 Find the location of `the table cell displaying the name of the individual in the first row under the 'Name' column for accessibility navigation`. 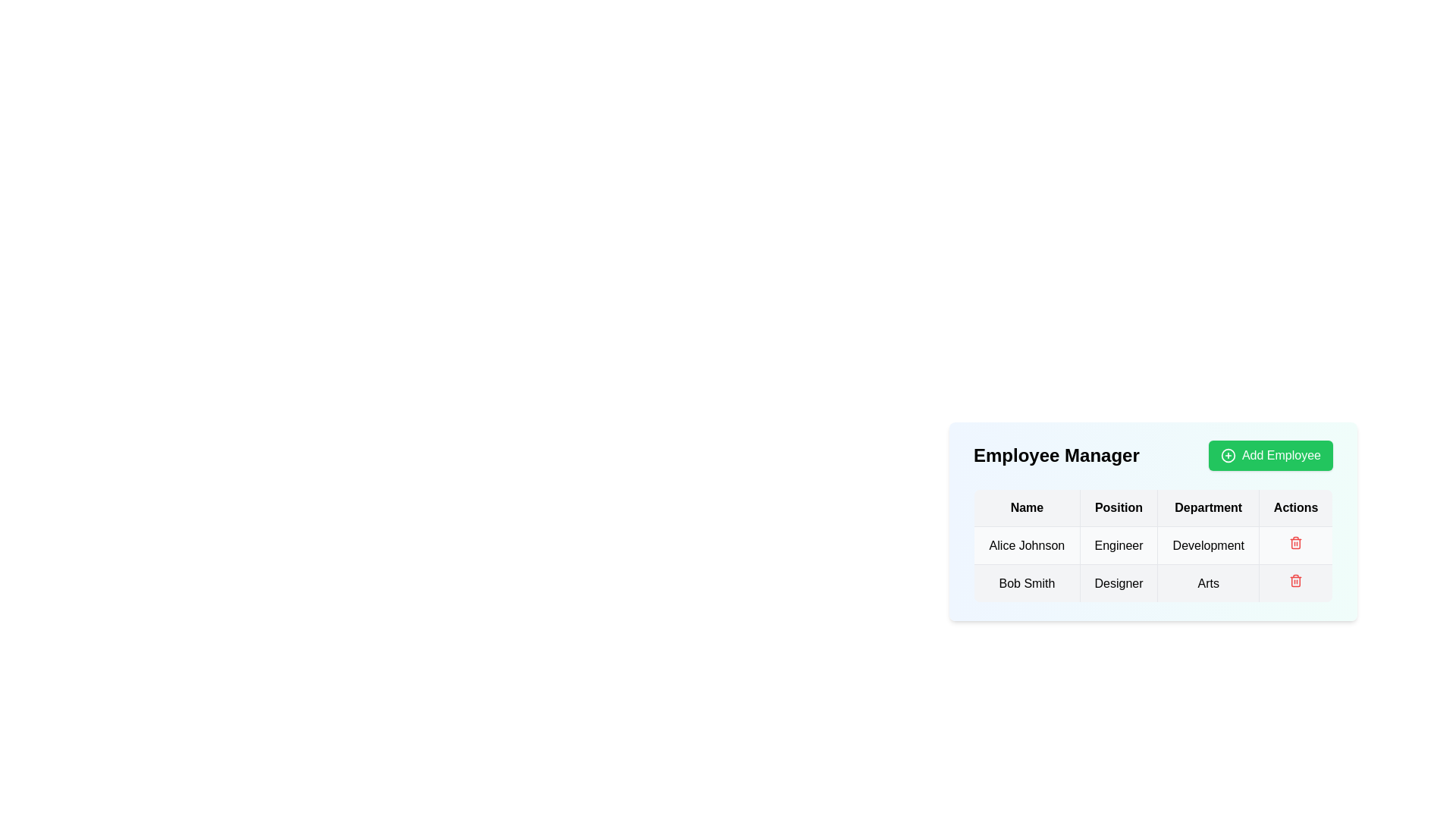

the table cell displaying the name of the individual in the first row under the 'Name' column for accessibility navigation is located at coordinates (1027, 544).